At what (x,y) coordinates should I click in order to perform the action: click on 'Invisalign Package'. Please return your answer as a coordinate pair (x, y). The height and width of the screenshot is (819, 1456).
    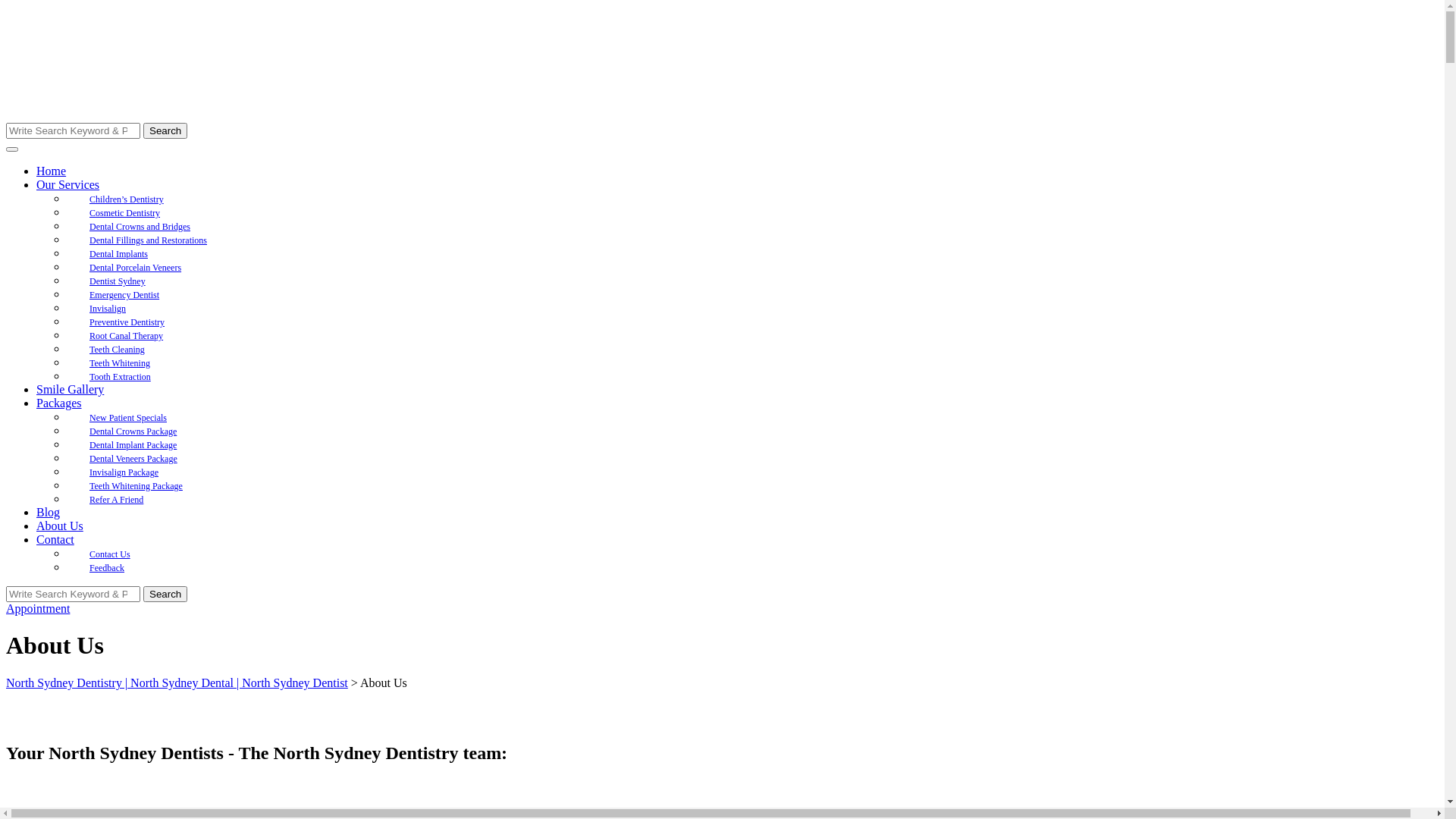
    Looking at the image, I should click on (124, 472).